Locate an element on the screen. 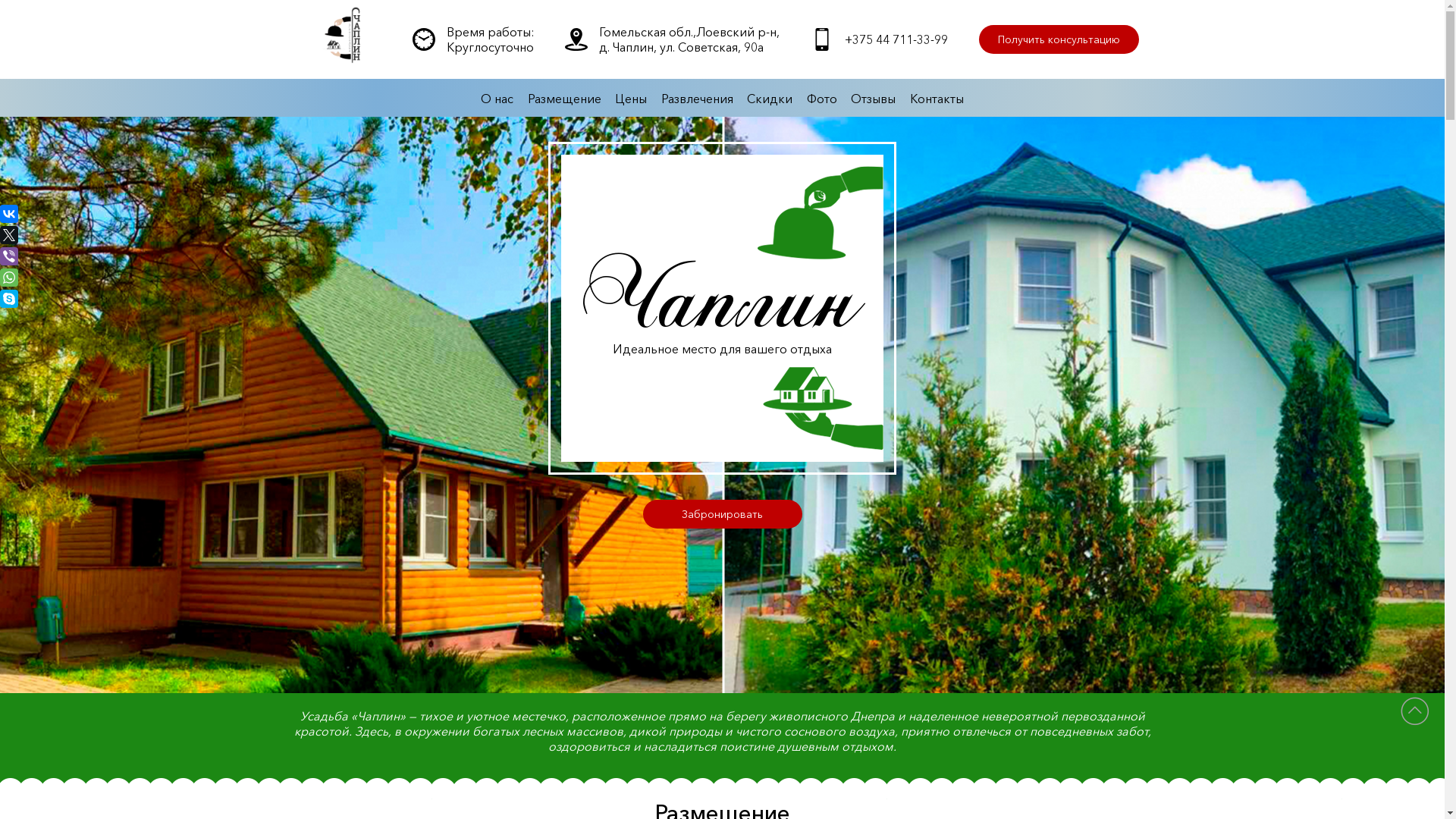  '+375 44 711-33-99' is located at coordinates (843, 38).